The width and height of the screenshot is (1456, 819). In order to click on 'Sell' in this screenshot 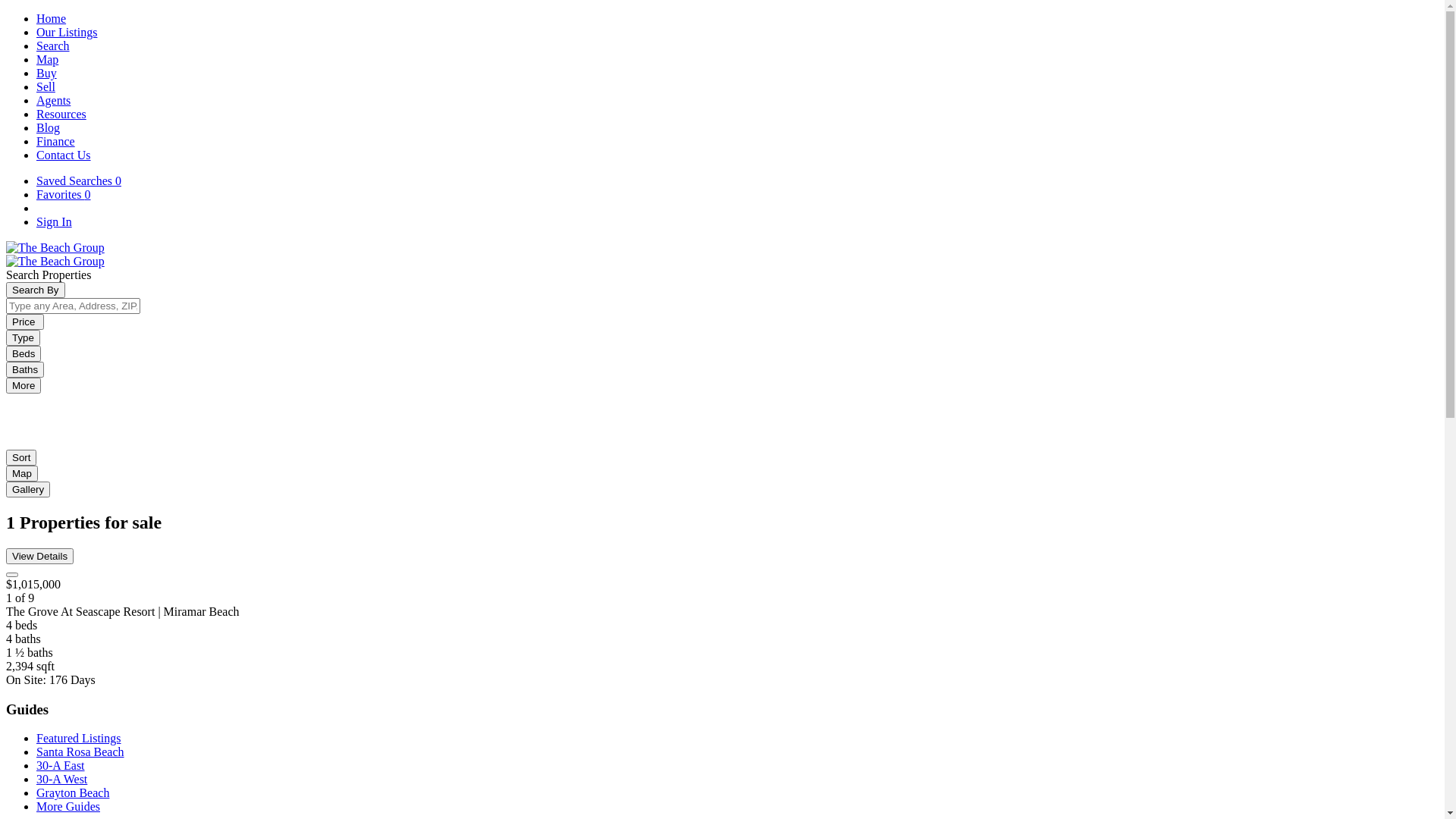, I will do `click(45, 86)`.